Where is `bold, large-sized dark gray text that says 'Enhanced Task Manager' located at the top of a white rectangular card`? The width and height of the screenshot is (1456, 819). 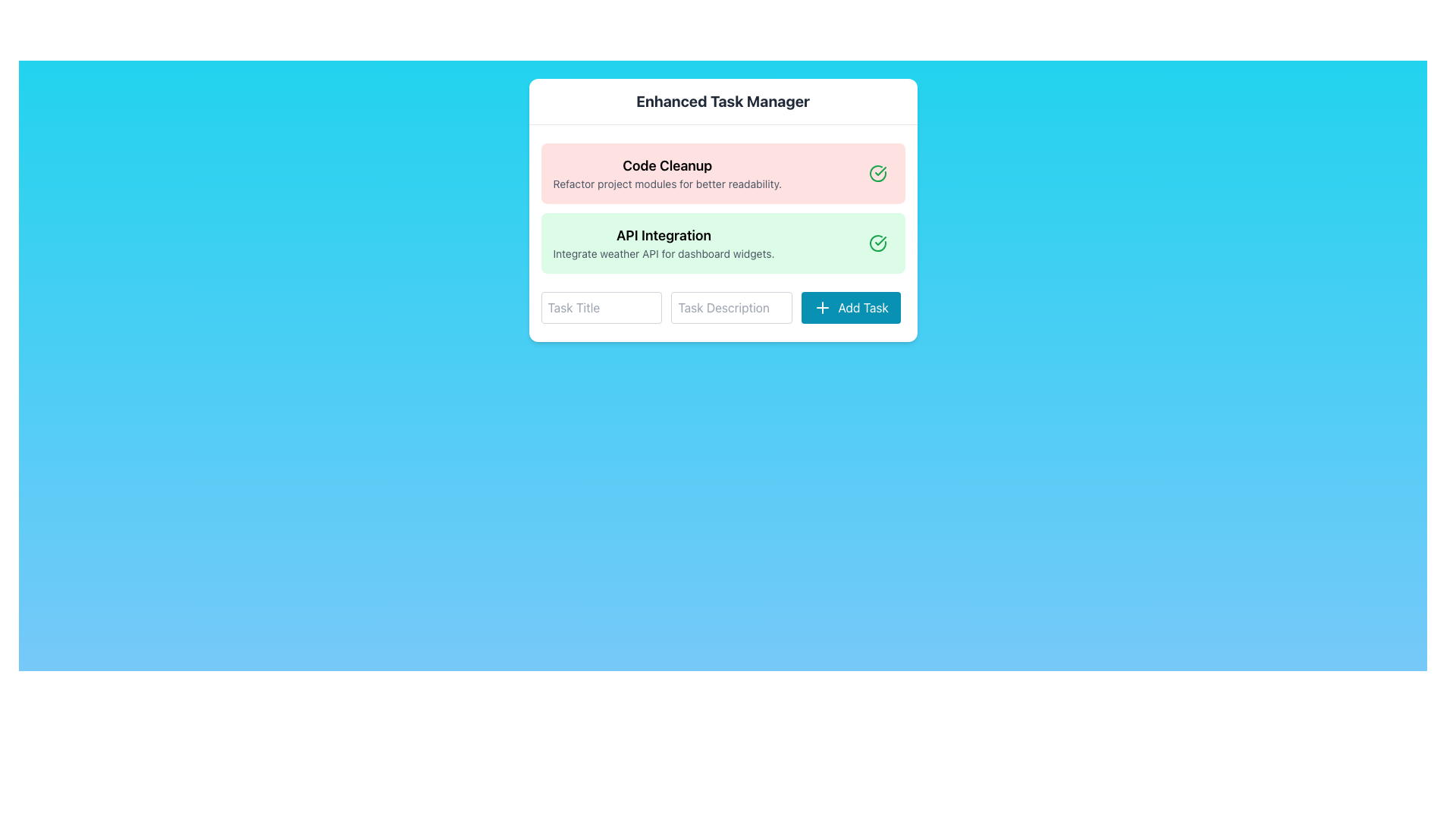
bold, large-sized dark gray text that says 'Enhanced Task Manager' located at the top of a white rectangular card is located at coordinates (722, 102).